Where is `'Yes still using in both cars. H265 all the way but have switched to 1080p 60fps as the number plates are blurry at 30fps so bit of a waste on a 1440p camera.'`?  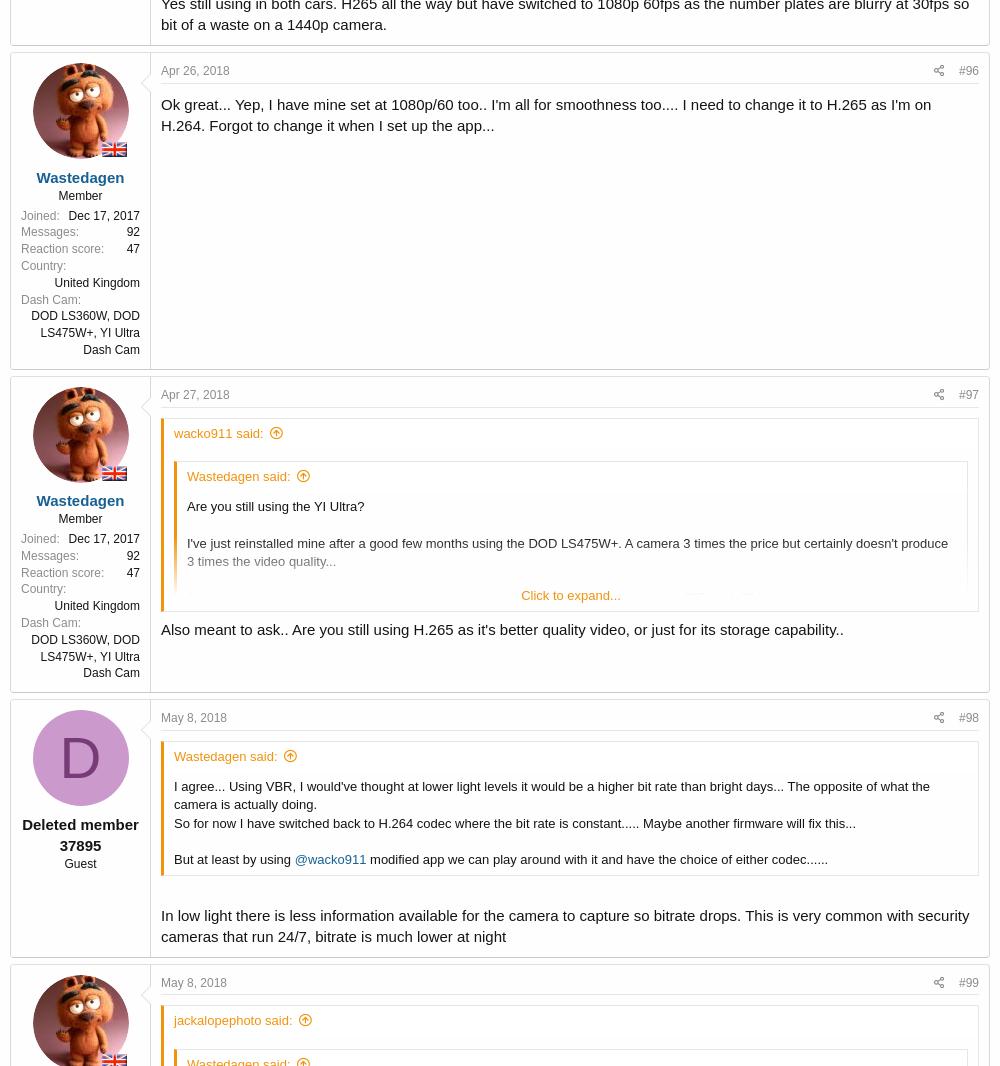
'Yes still using in both cars. H265 all the way but have switched to 1080p 60fps as the number plates are blurry at 30fps so bit of a waste on a 1440p camera.' is located at coordinates (563, 673).